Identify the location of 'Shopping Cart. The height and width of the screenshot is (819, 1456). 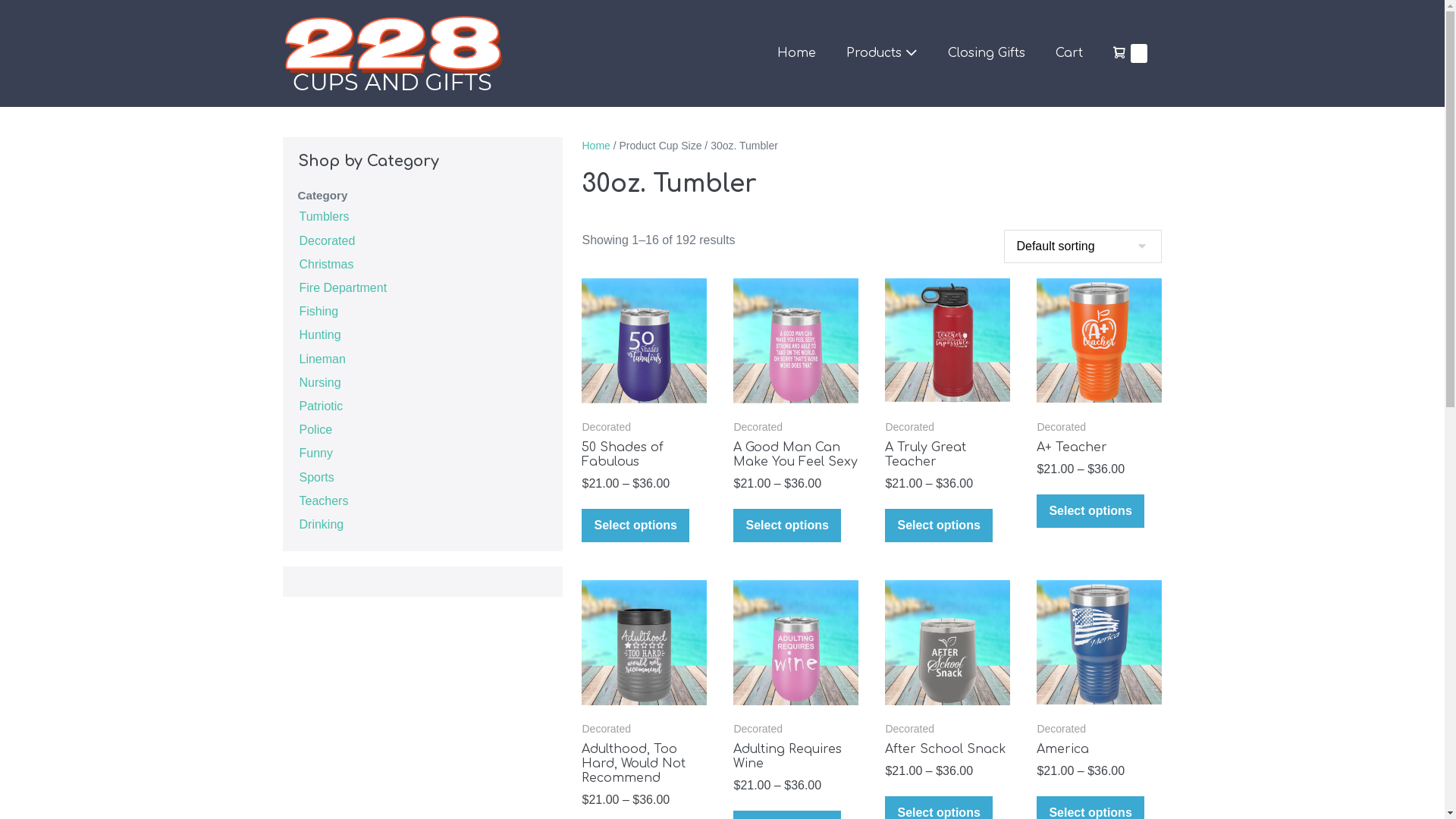
(1130, 52).